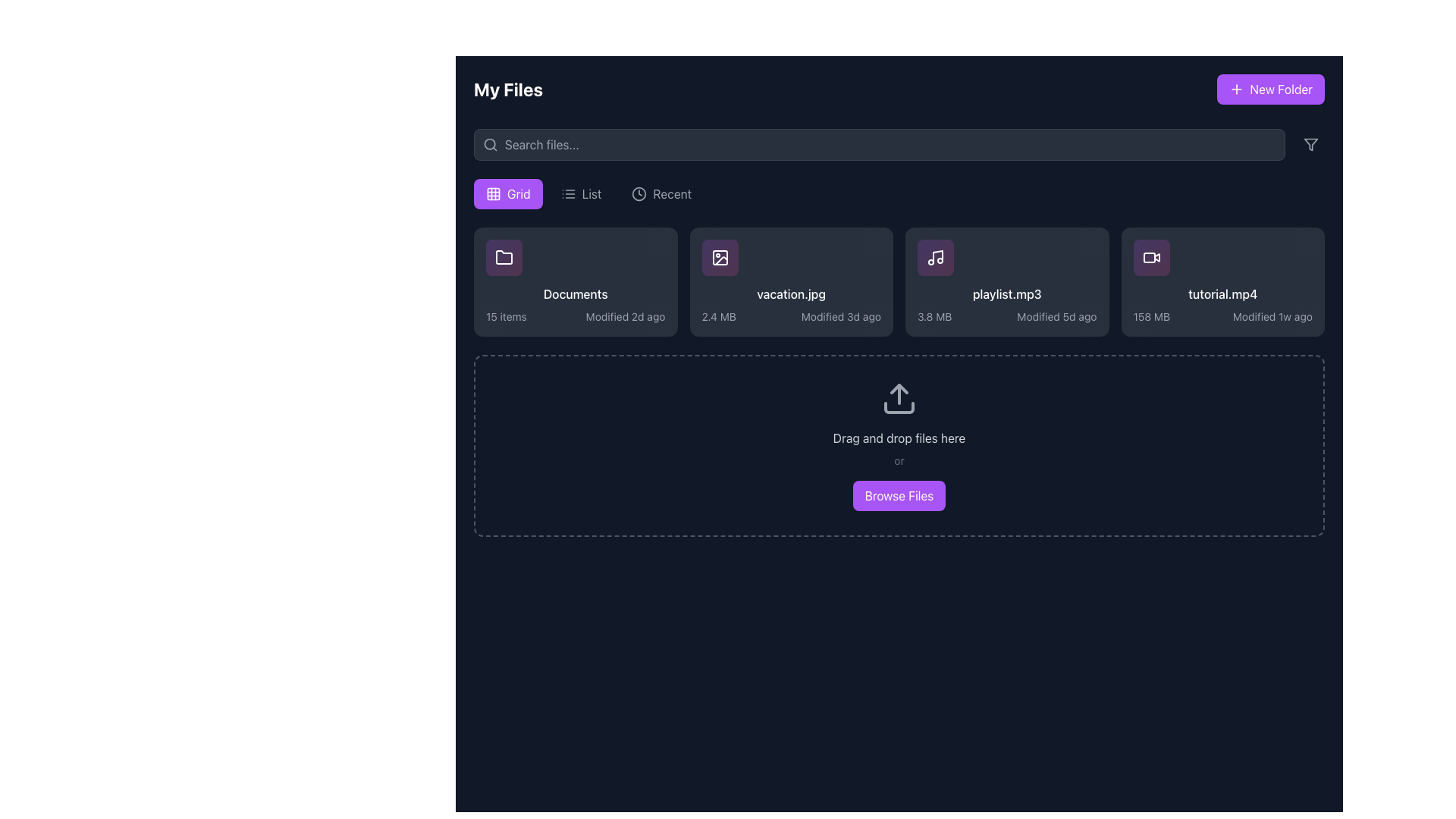  What do you see at coordinates (504, 256) in the screenshot?
I see `the folder icon with rounded edges and a tab-like projection located in the top-left corner of the 'Documents' tile in the 'My Files' interface` at bounding box center [504, 256].